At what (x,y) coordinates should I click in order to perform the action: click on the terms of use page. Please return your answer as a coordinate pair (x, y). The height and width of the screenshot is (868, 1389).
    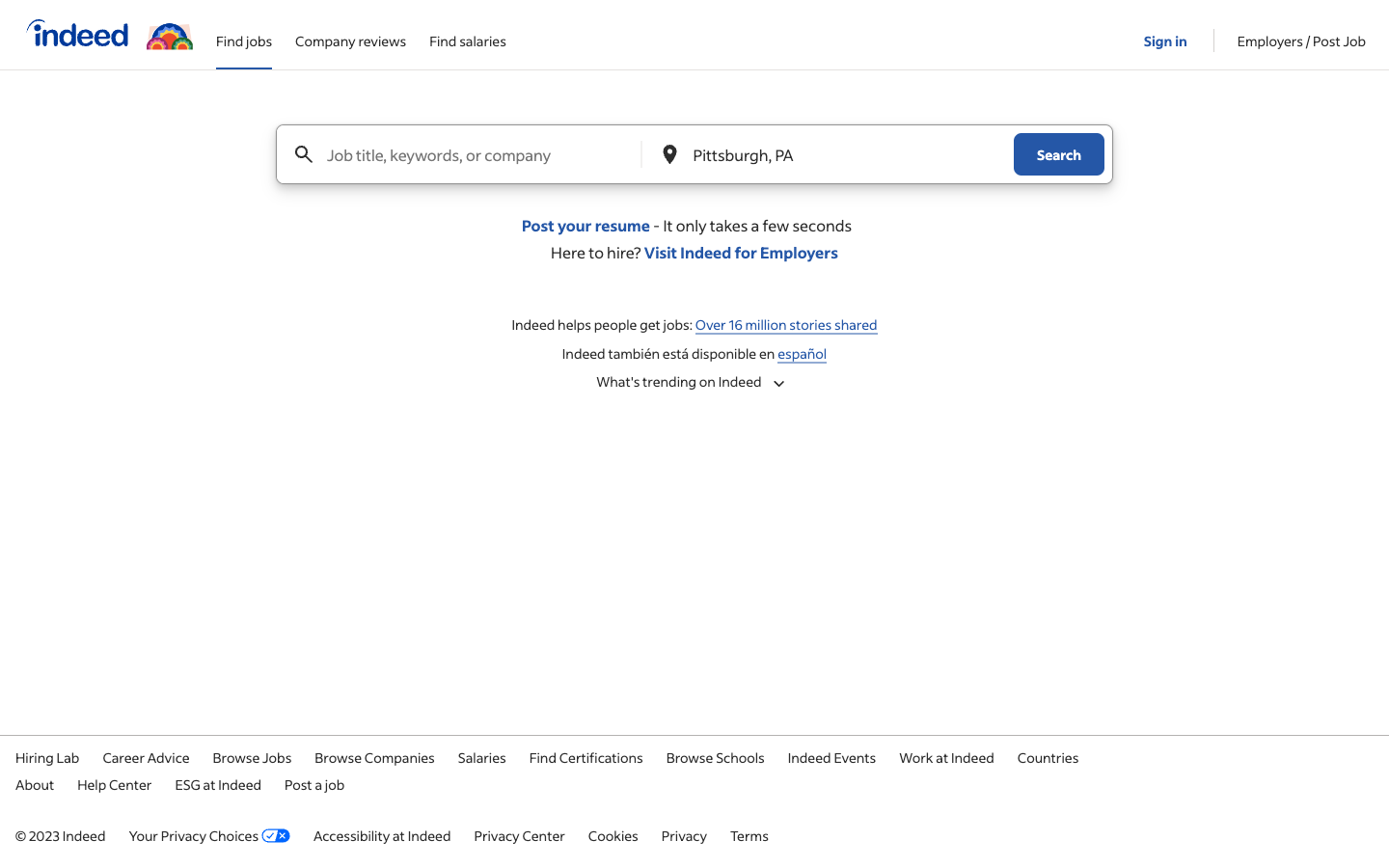
    Looking at the image, I should click on (749, 834).